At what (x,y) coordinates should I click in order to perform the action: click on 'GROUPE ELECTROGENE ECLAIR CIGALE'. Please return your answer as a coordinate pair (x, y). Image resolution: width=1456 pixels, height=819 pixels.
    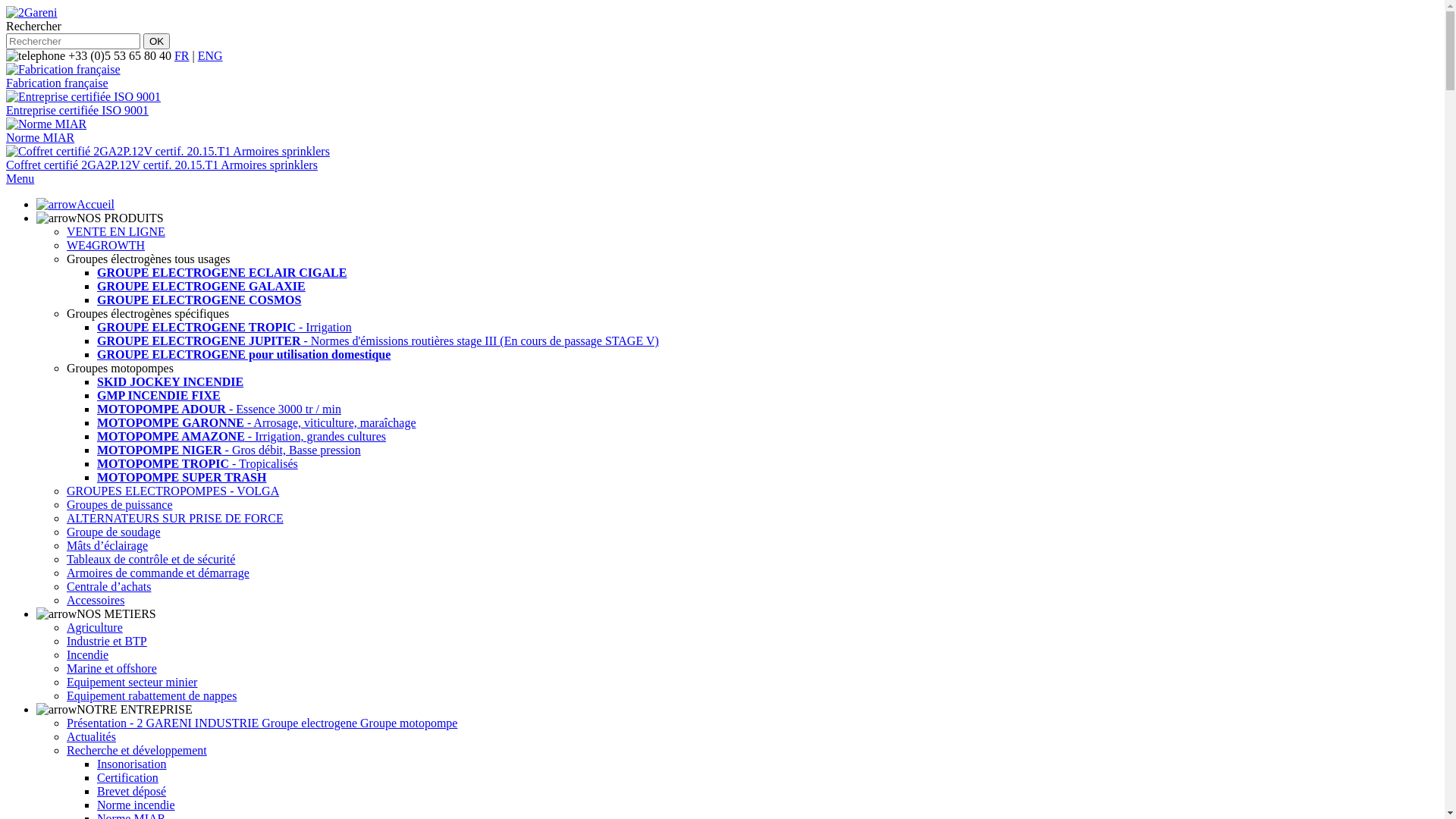
    Looking at the image, I should click on (221, 271).